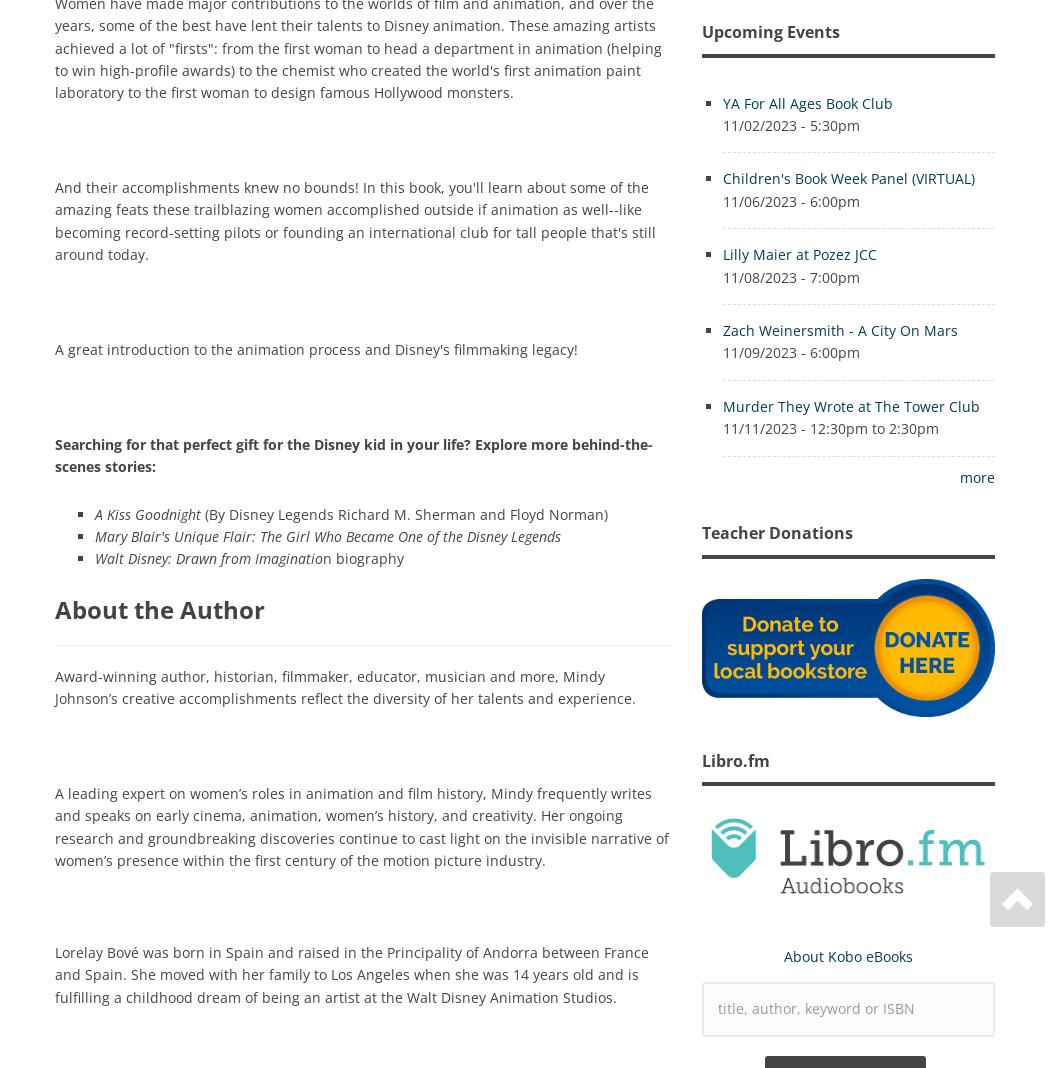 The height and width of the screenshot is (1068, 1050). What do you see at coordinates (798, 254) in the screenshot?
I see `'Lilly Maier at Pozez JCC'` at bounding box center [798, 254].